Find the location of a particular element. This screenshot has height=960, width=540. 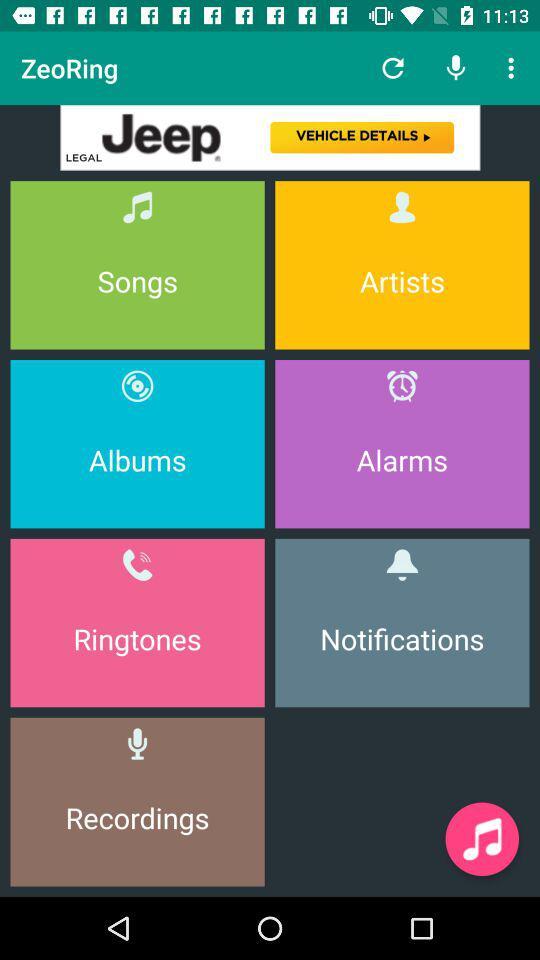

the 3 vertical dots at the top right corner of the page is located at coordinates (514, 68).